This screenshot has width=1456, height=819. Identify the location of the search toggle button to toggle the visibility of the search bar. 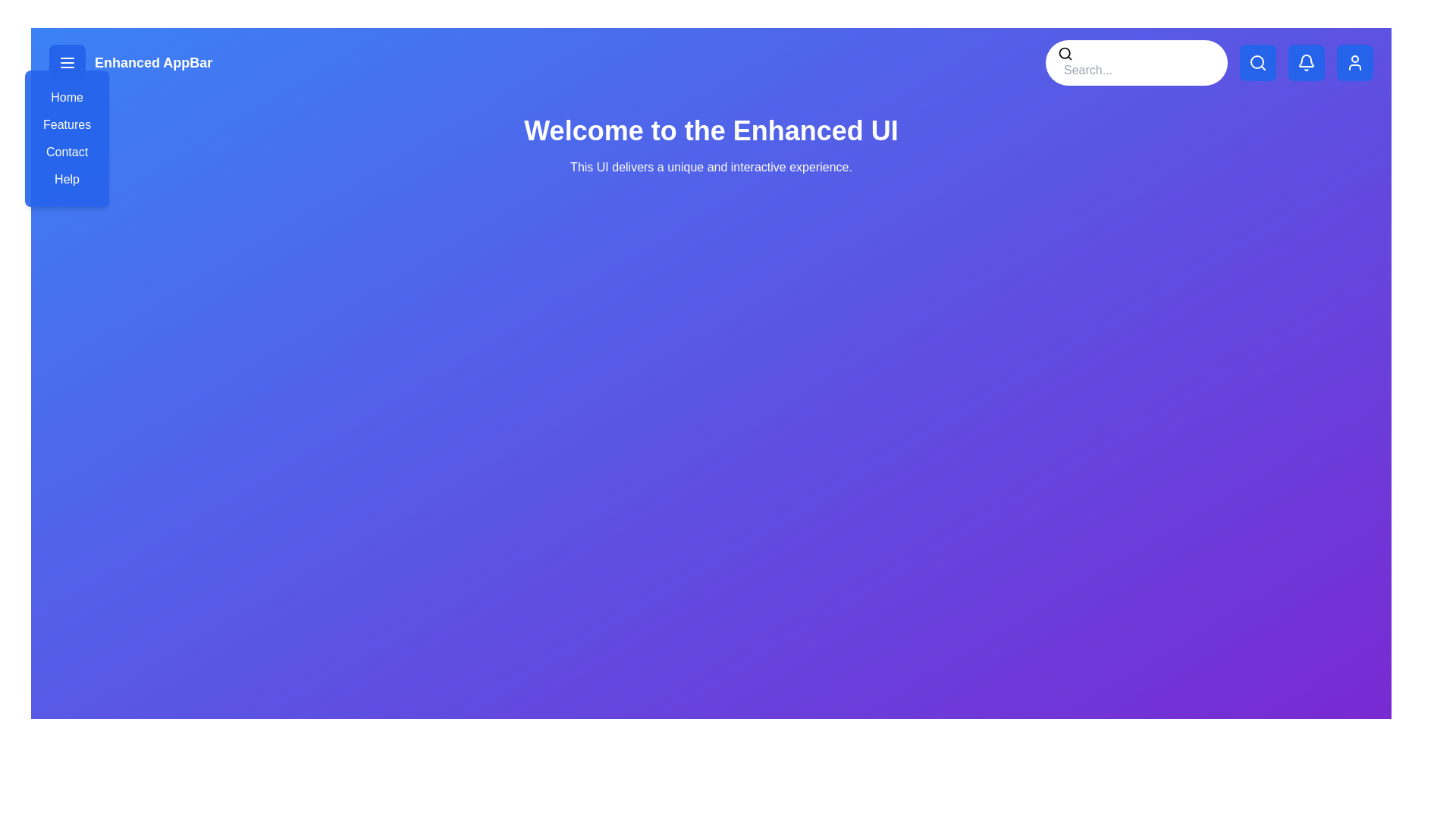
(1258, 62).